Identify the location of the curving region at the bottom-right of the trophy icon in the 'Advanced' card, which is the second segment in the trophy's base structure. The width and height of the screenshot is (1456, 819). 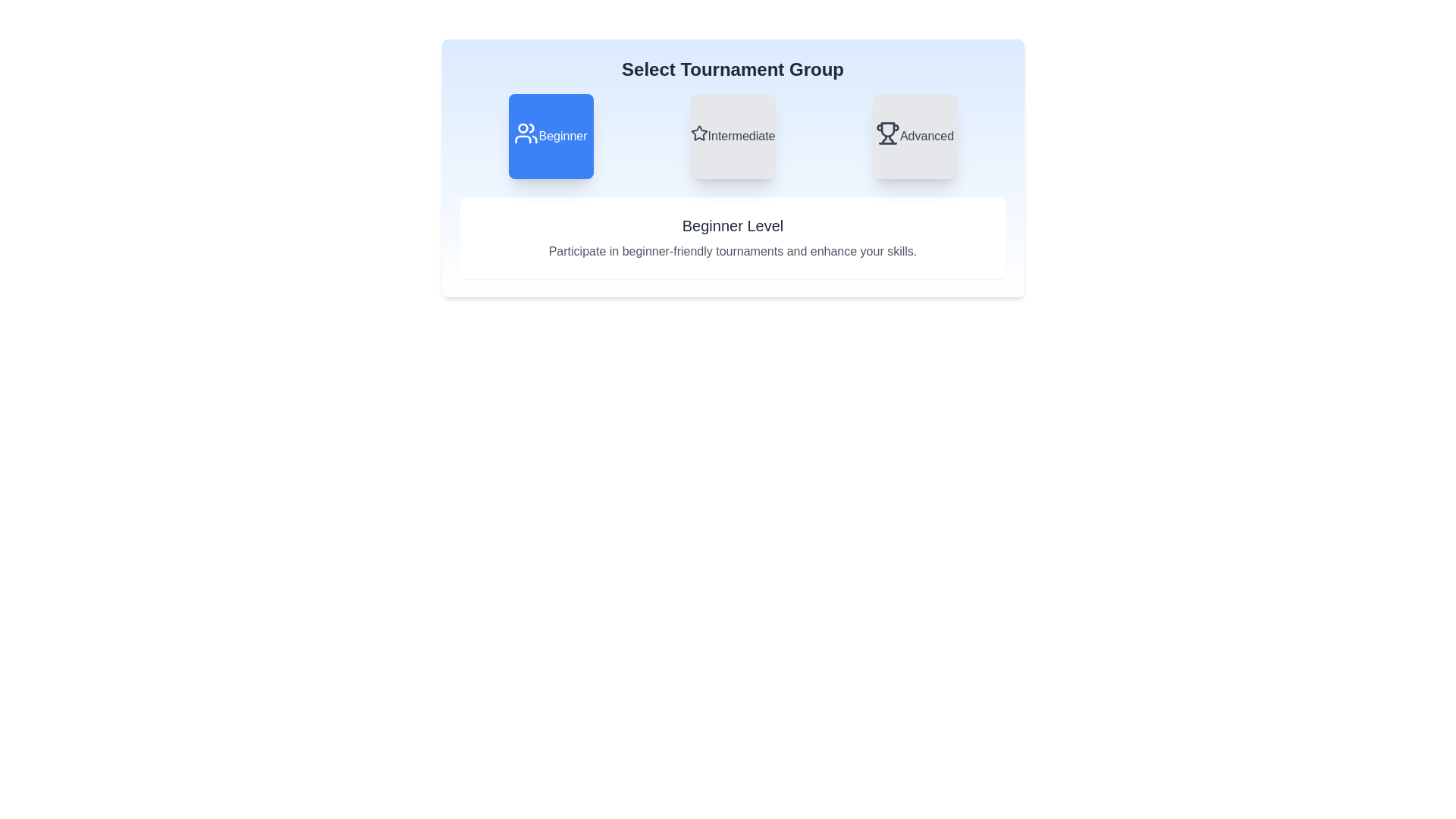
(891, 140).